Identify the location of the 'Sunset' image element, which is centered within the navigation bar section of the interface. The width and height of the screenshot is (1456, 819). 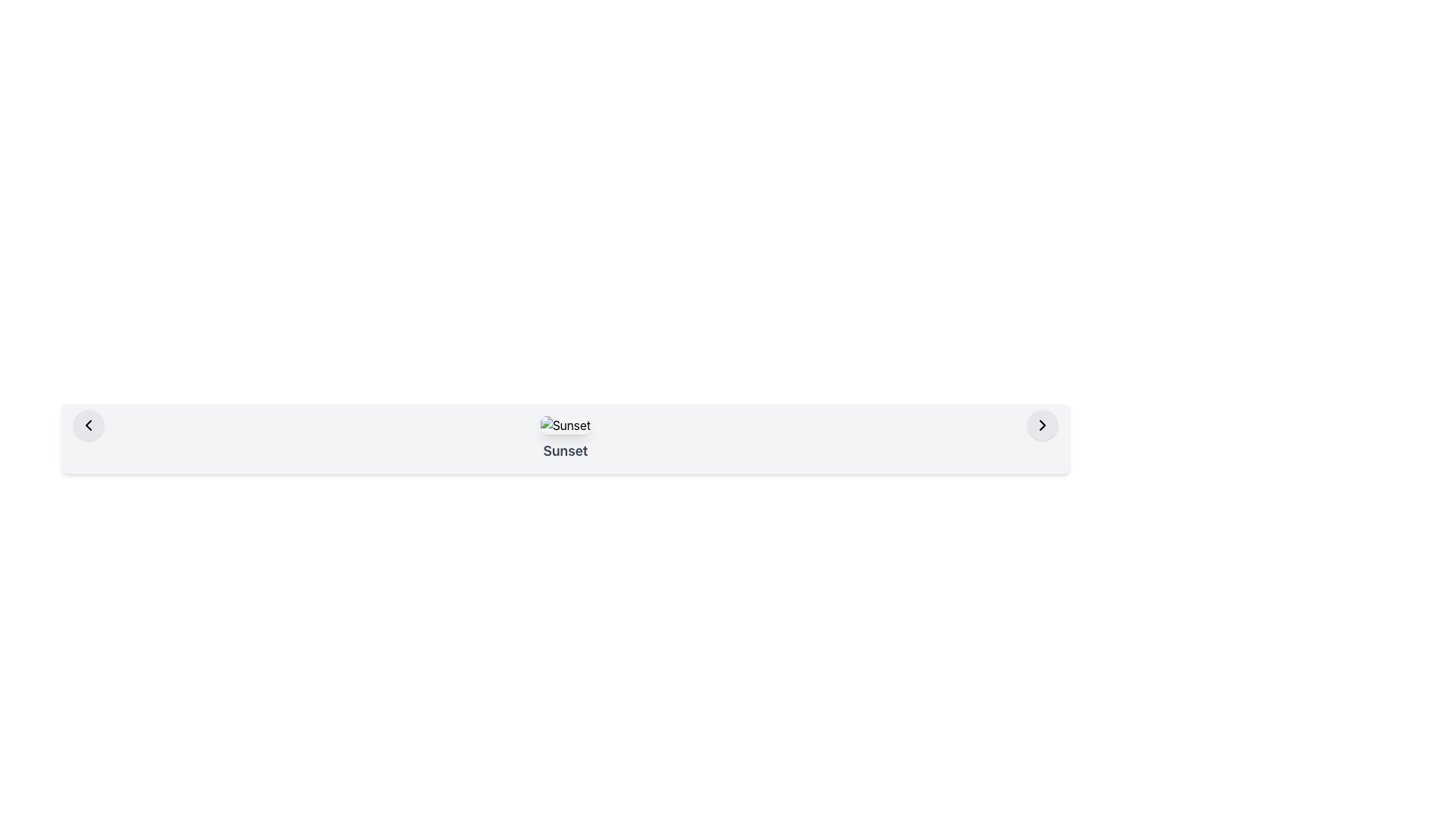
(564, 425).